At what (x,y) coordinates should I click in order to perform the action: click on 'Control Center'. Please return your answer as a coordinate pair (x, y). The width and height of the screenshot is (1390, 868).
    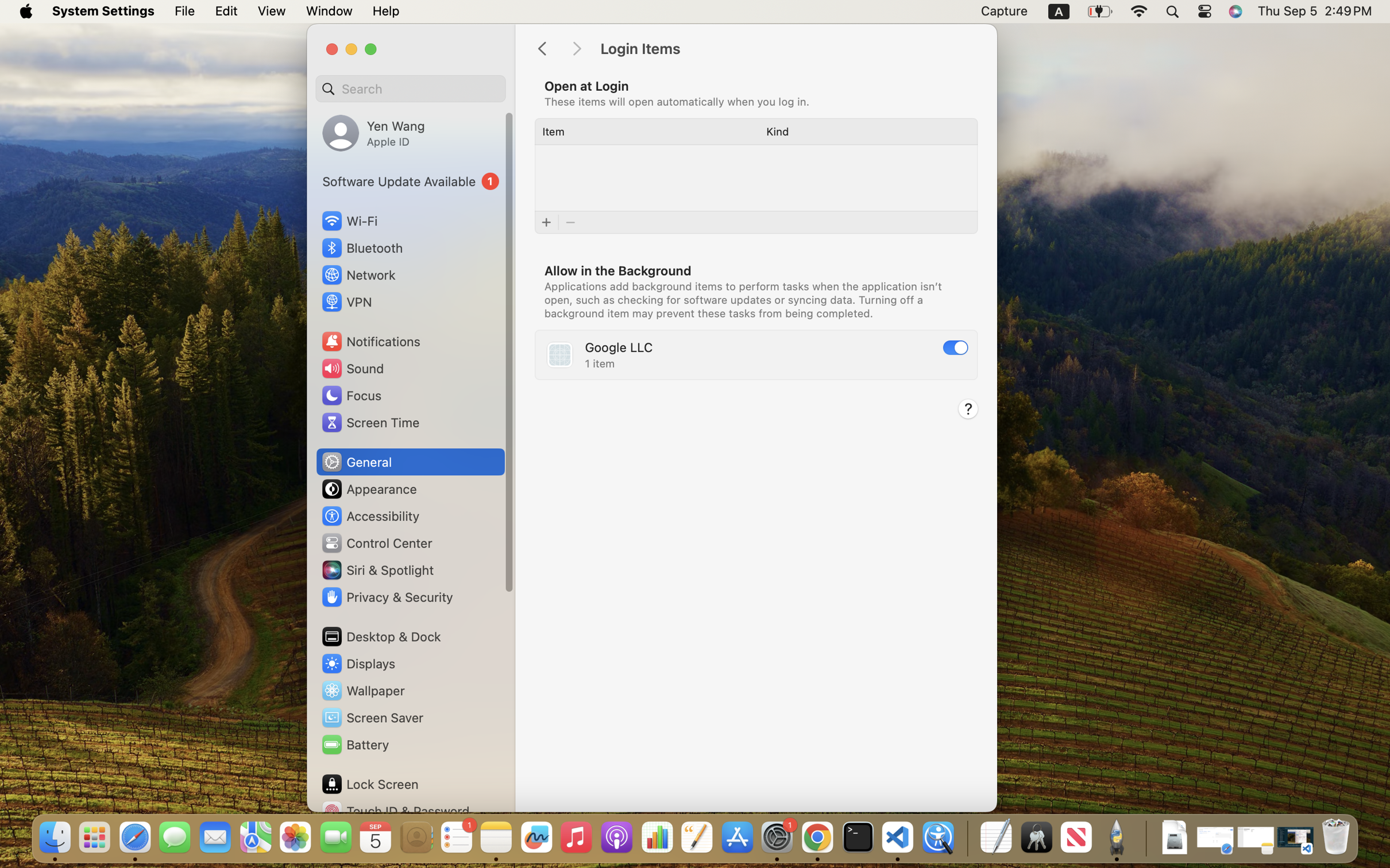
    Looking at the image, I should click on (376, 543).